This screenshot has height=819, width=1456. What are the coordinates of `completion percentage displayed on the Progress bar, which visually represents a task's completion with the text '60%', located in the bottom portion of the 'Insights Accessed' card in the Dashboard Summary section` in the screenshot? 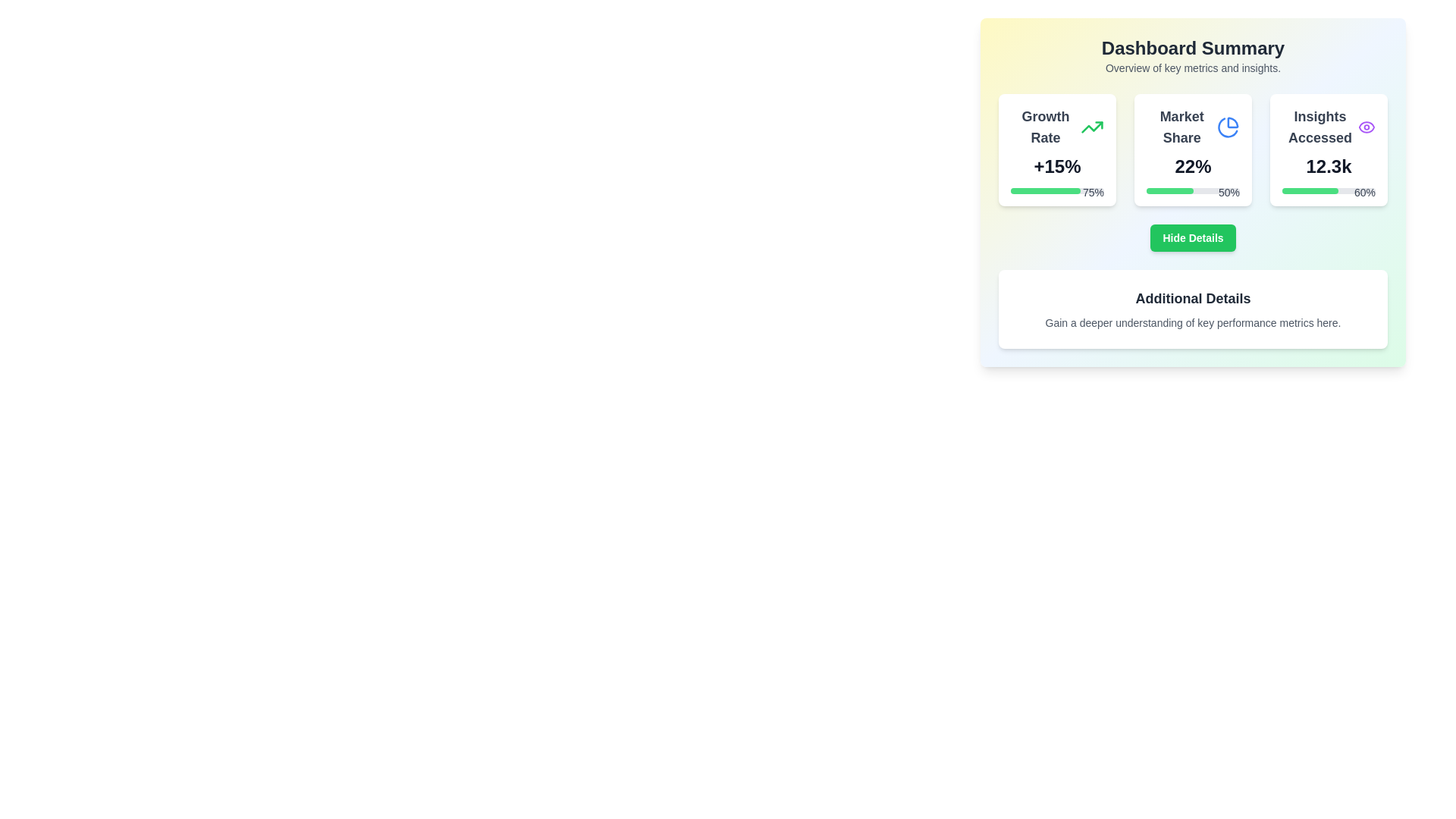 It's located at (1328, 190).